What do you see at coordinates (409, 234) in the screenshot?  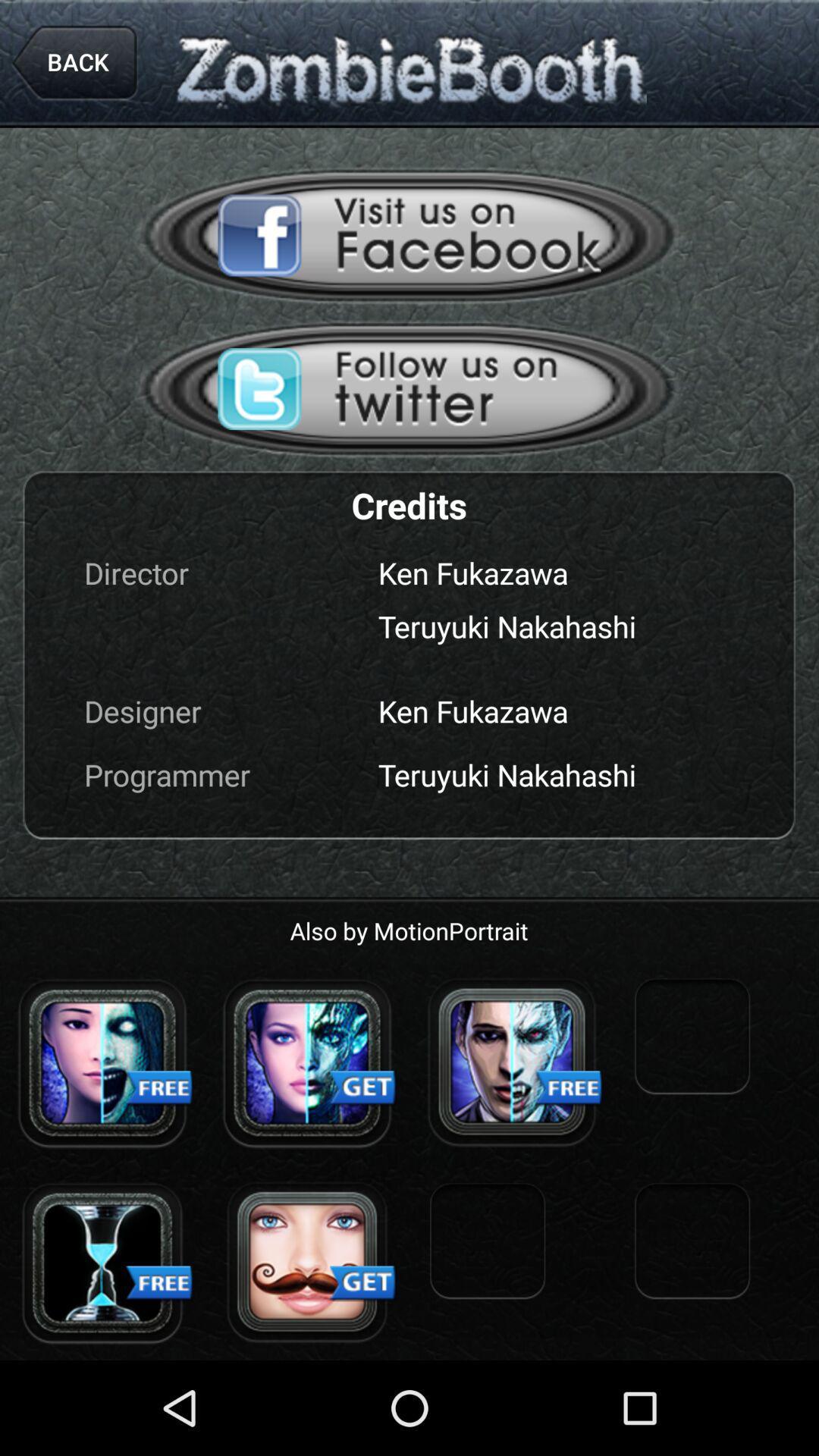 I see `open facebook page` at bounding box center [409, 234].